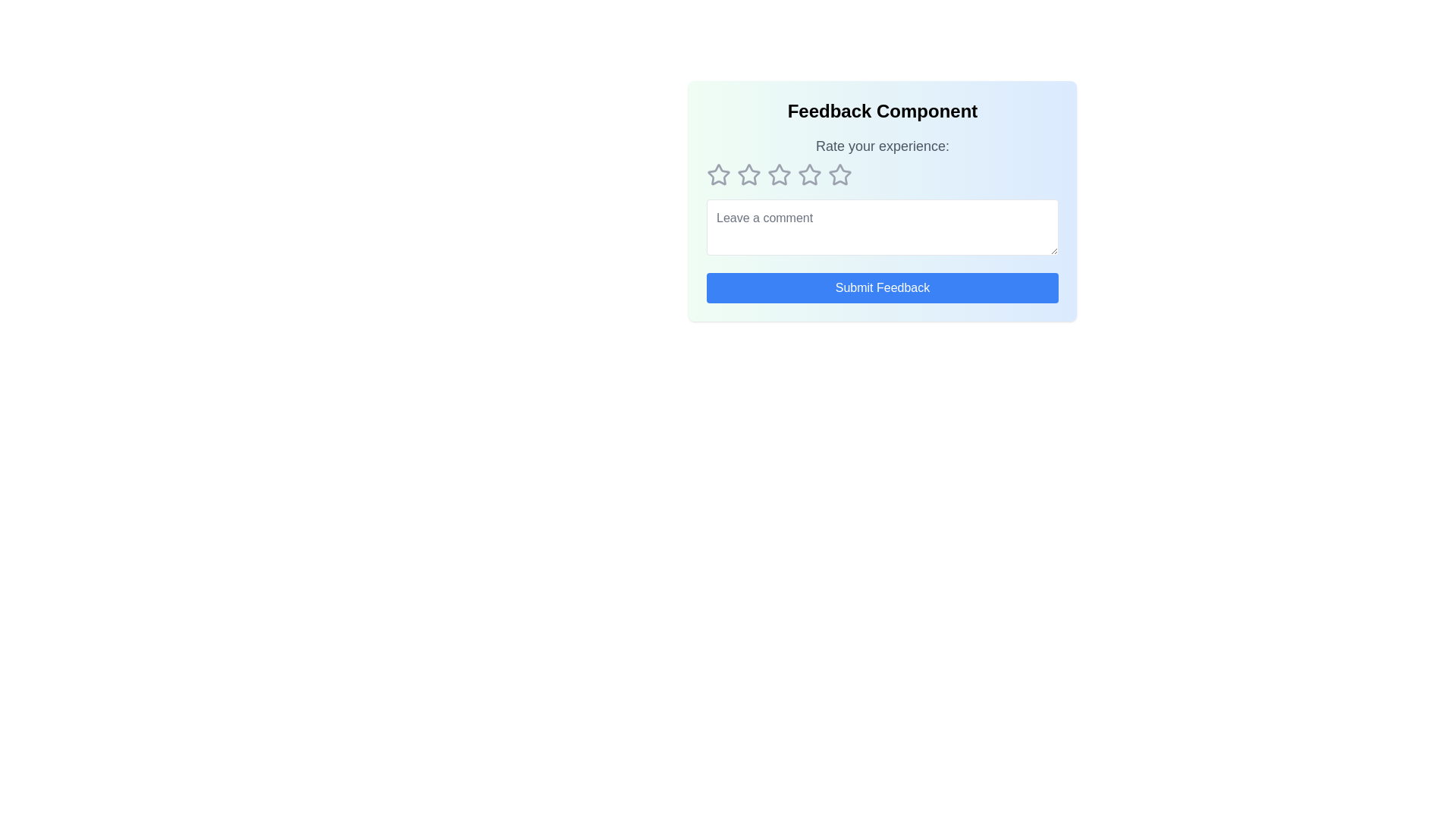 Image resolution: width=1456 pixels, height=819 pixels. I want to click on the fourth star icon in the rating system, which is styled with gray tones and located below the text 'Rate your experience:', so click(839, 174).